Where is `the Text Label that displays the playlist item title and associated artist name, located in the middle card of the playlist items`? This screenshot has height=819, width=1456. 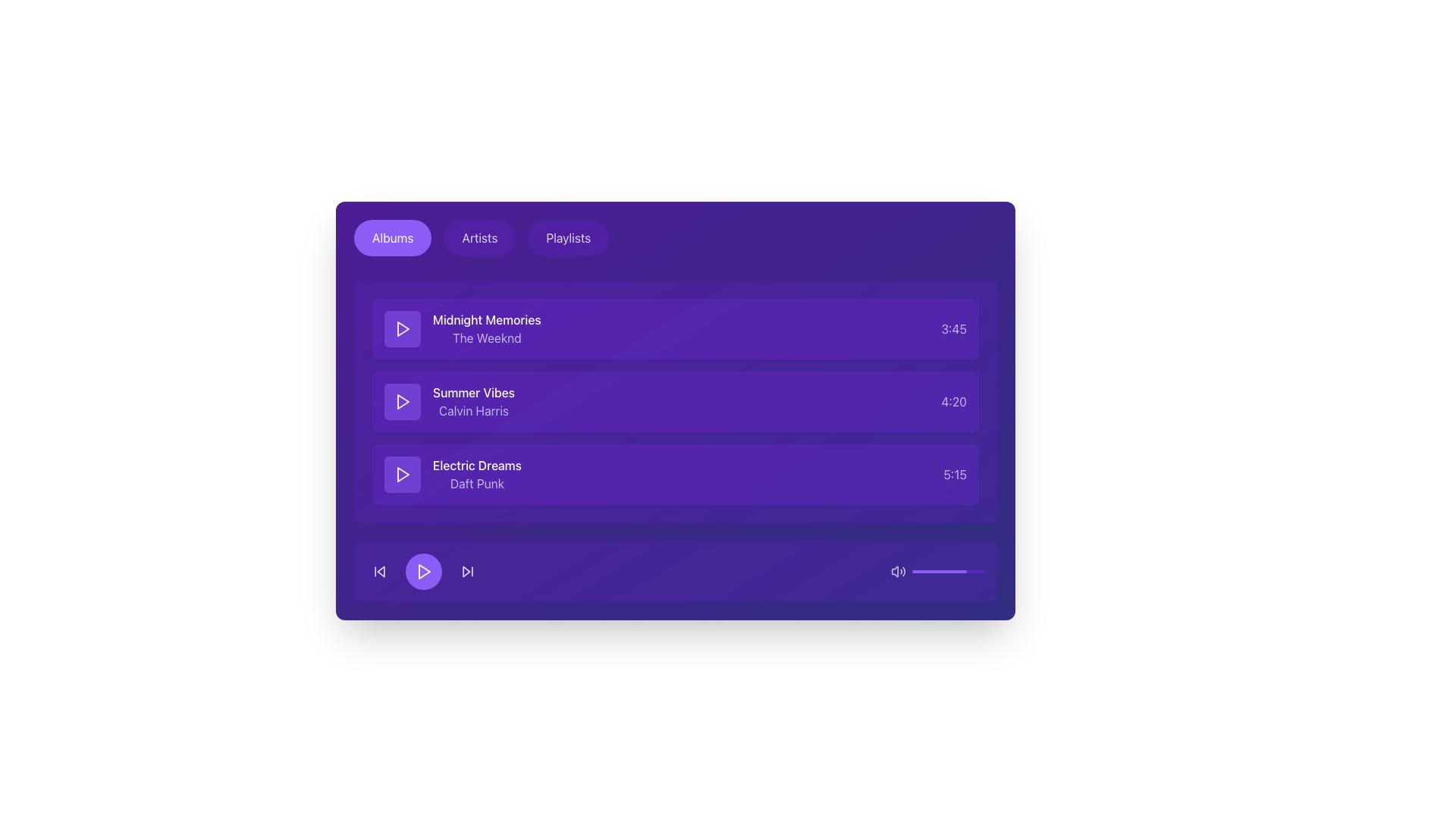
the Text Label that displays the playlist item title and associated artist name, located in the middle card of the playlist items is located at coordinates (472, 400).